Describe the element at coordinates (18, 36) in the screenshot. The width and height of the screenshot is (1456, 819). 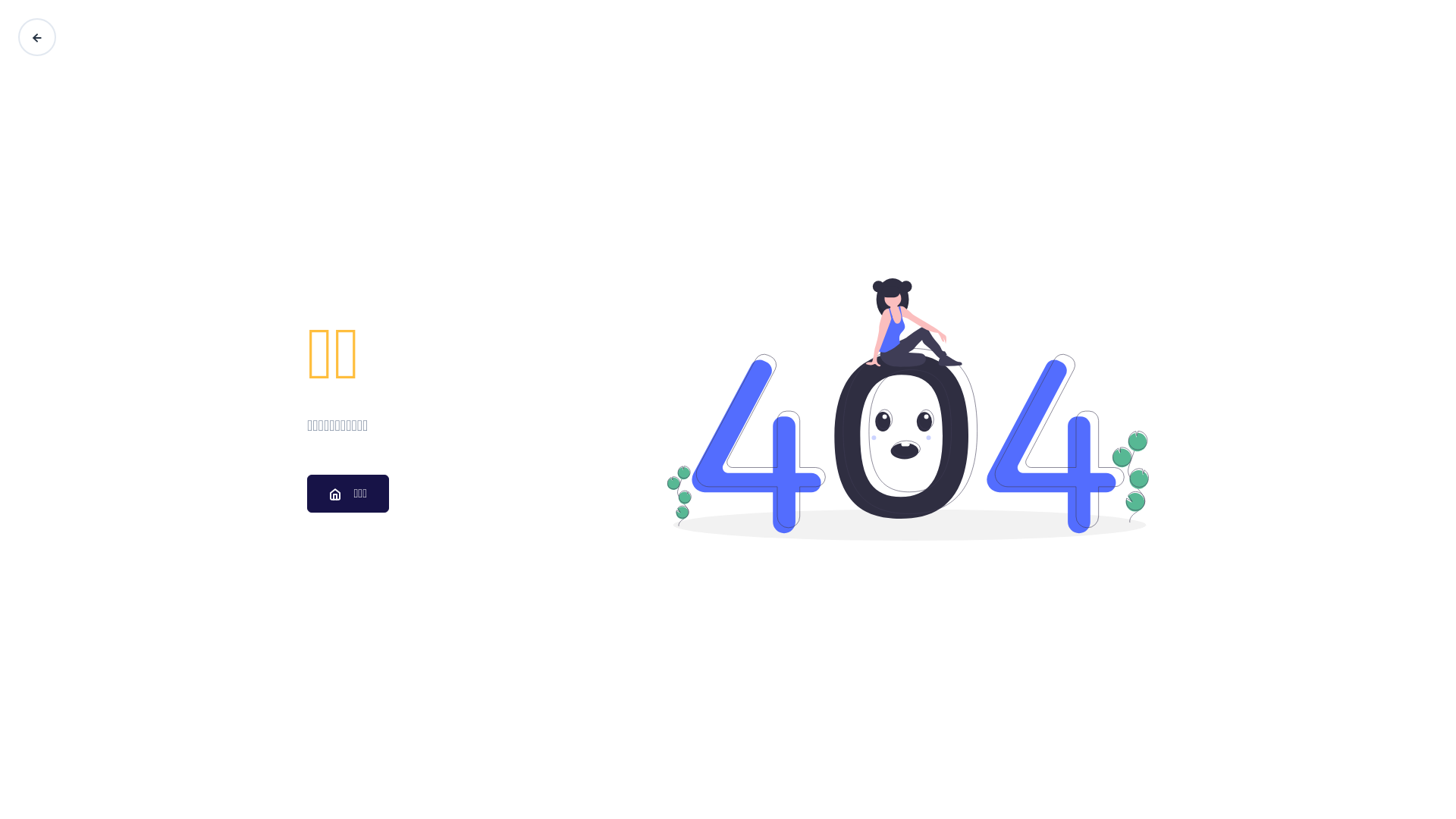
I see `'Go back'` at that location.